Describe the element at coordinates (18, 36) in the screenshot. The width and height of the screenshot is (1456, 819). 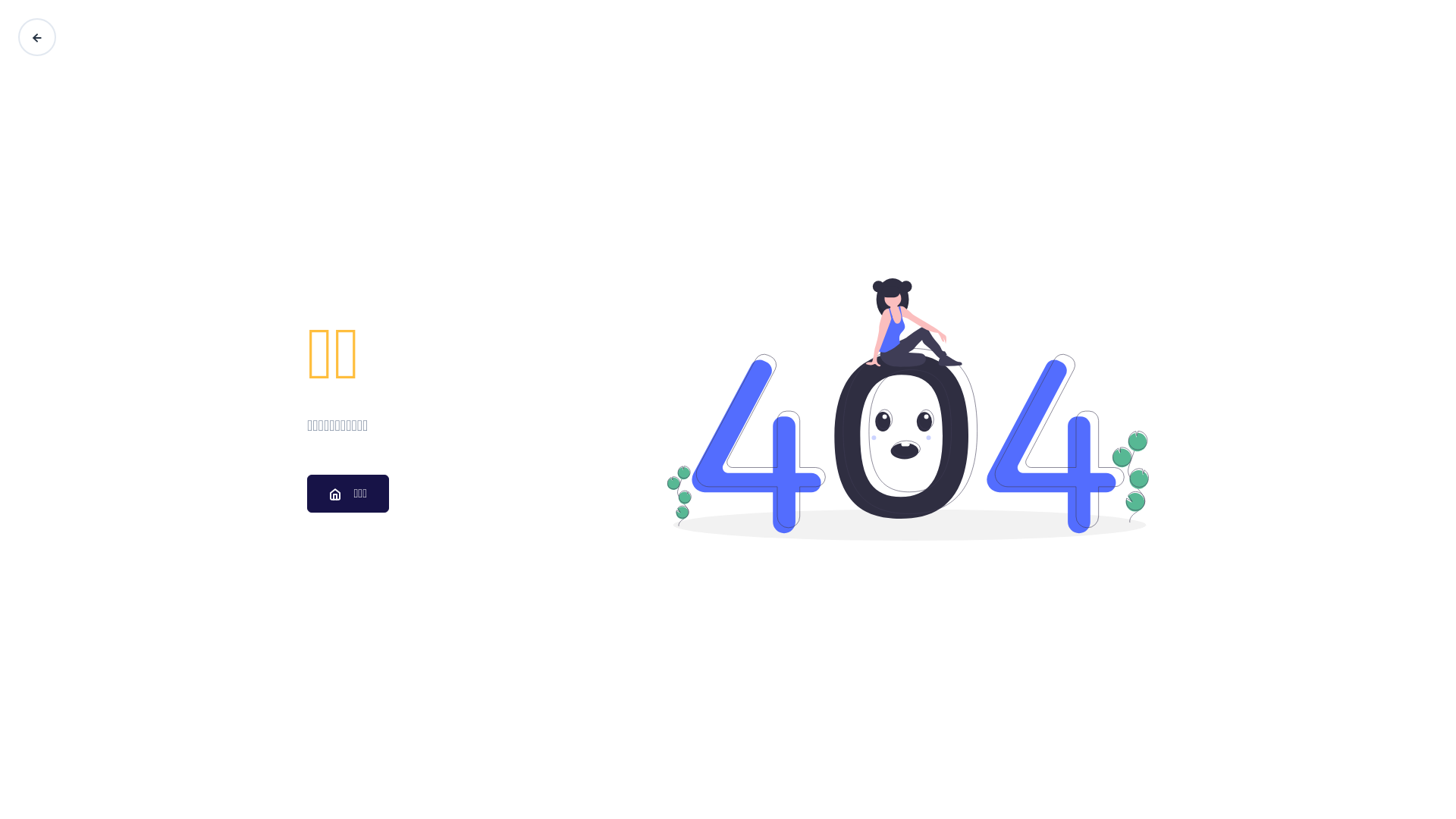
I see `'Go back'` at that location.